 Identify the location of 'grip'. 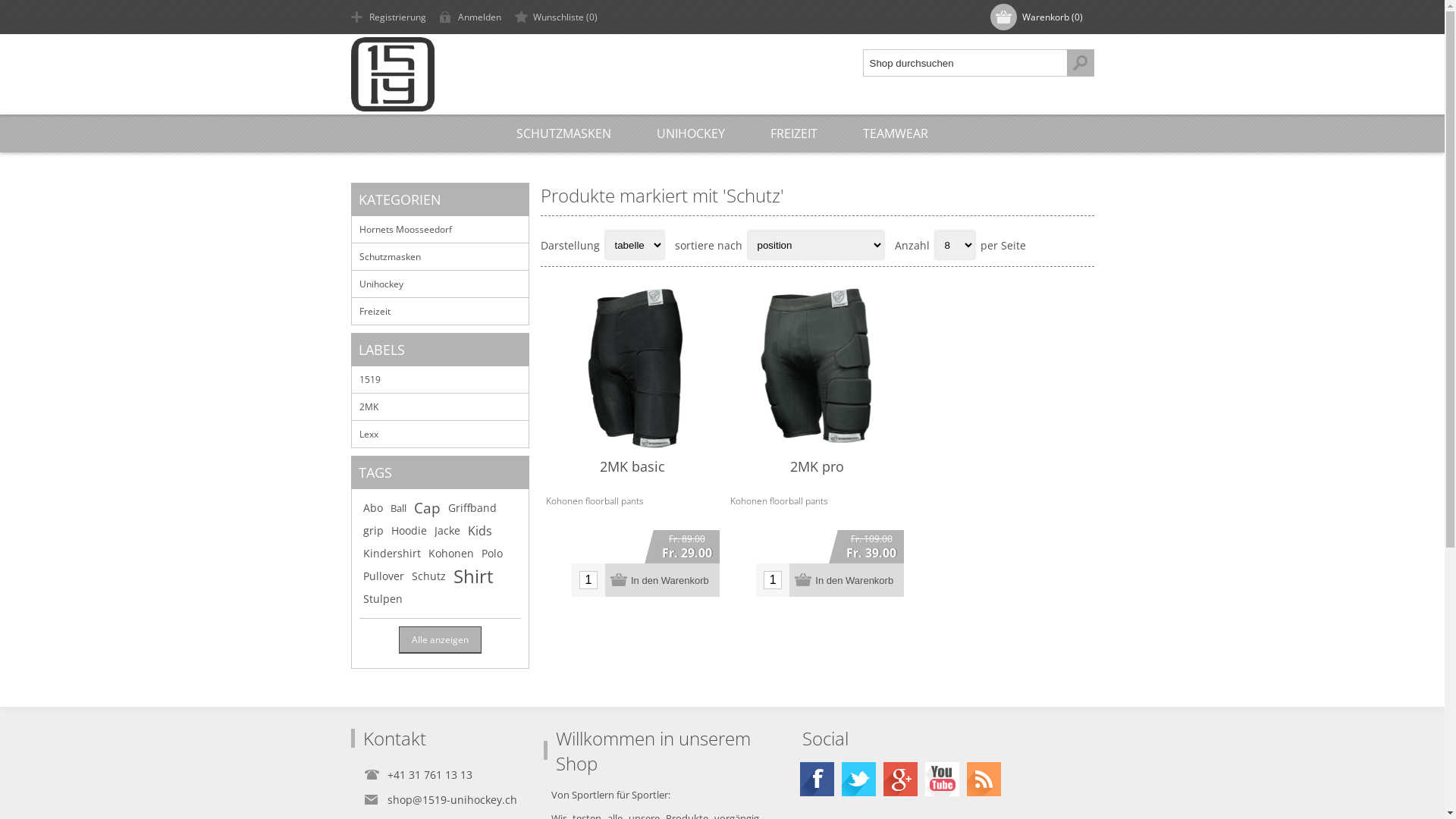
(372, 529).